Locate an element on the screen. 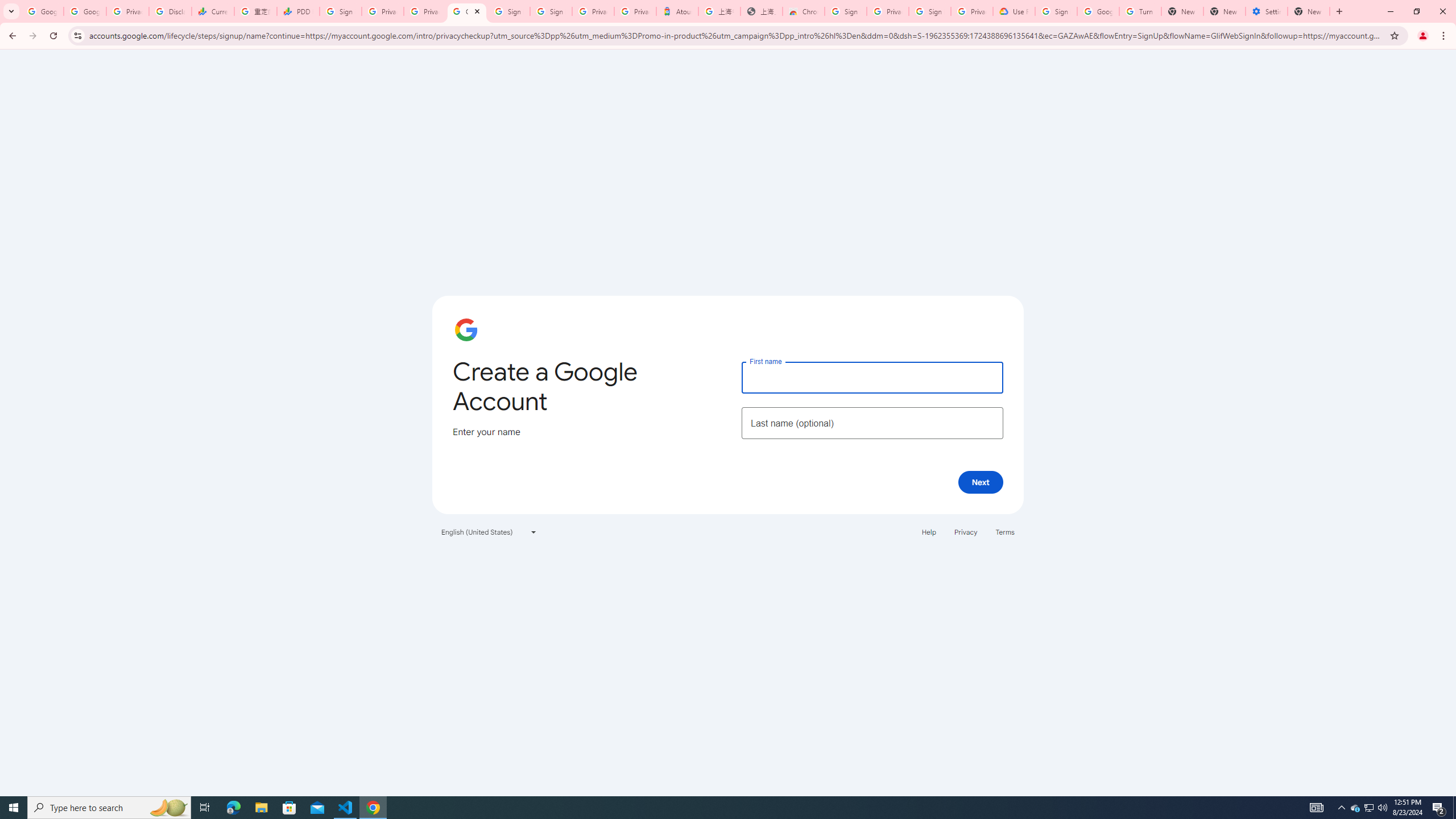  'Chrome' is located at coordinates (1444, 35).